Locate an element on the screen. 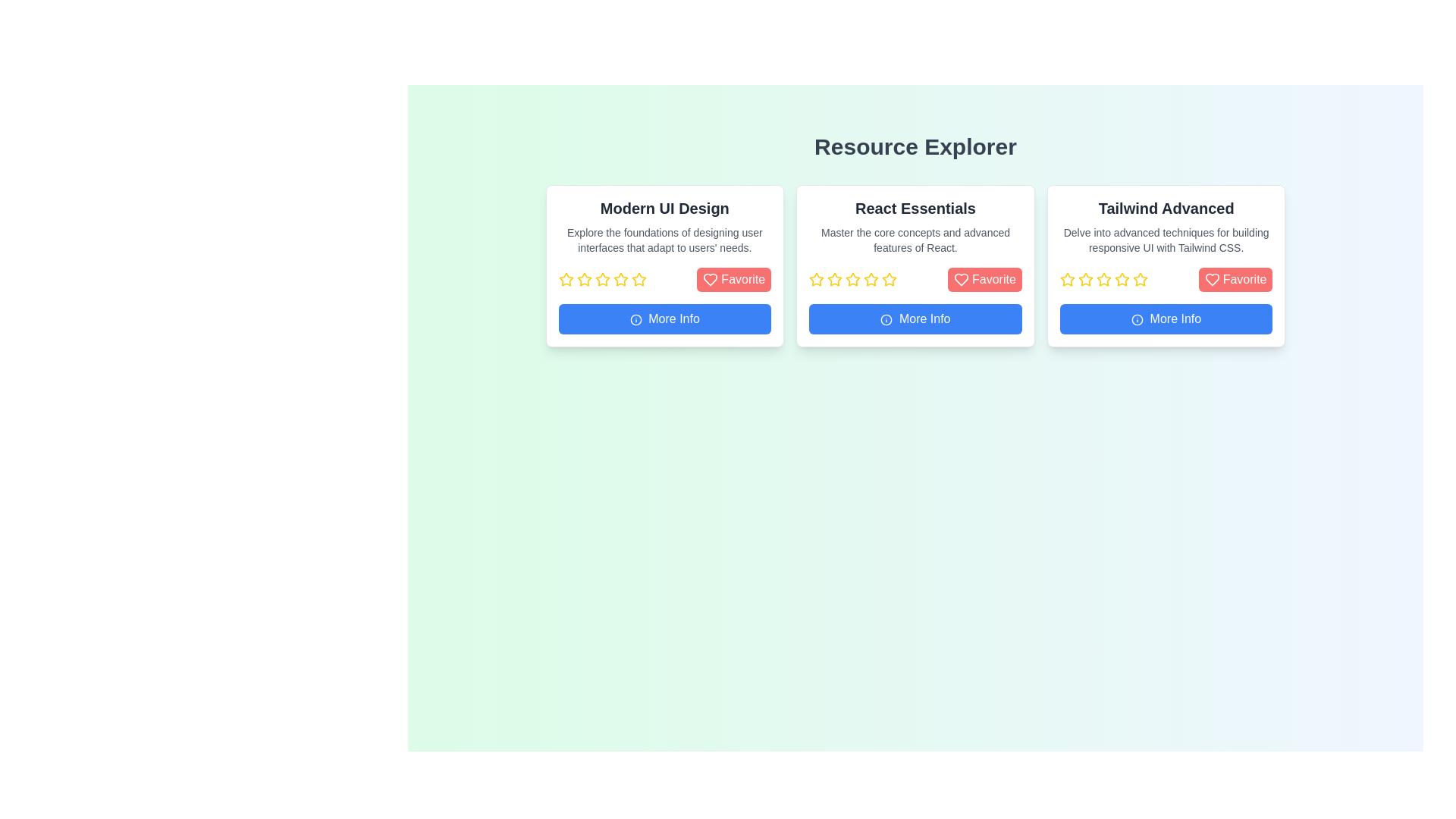 This screenshot has width=1456, height=819. the third yellow outlined star icon in the rating system under the 'React Essentials' card to rate it is located at coordinates (834, 280).